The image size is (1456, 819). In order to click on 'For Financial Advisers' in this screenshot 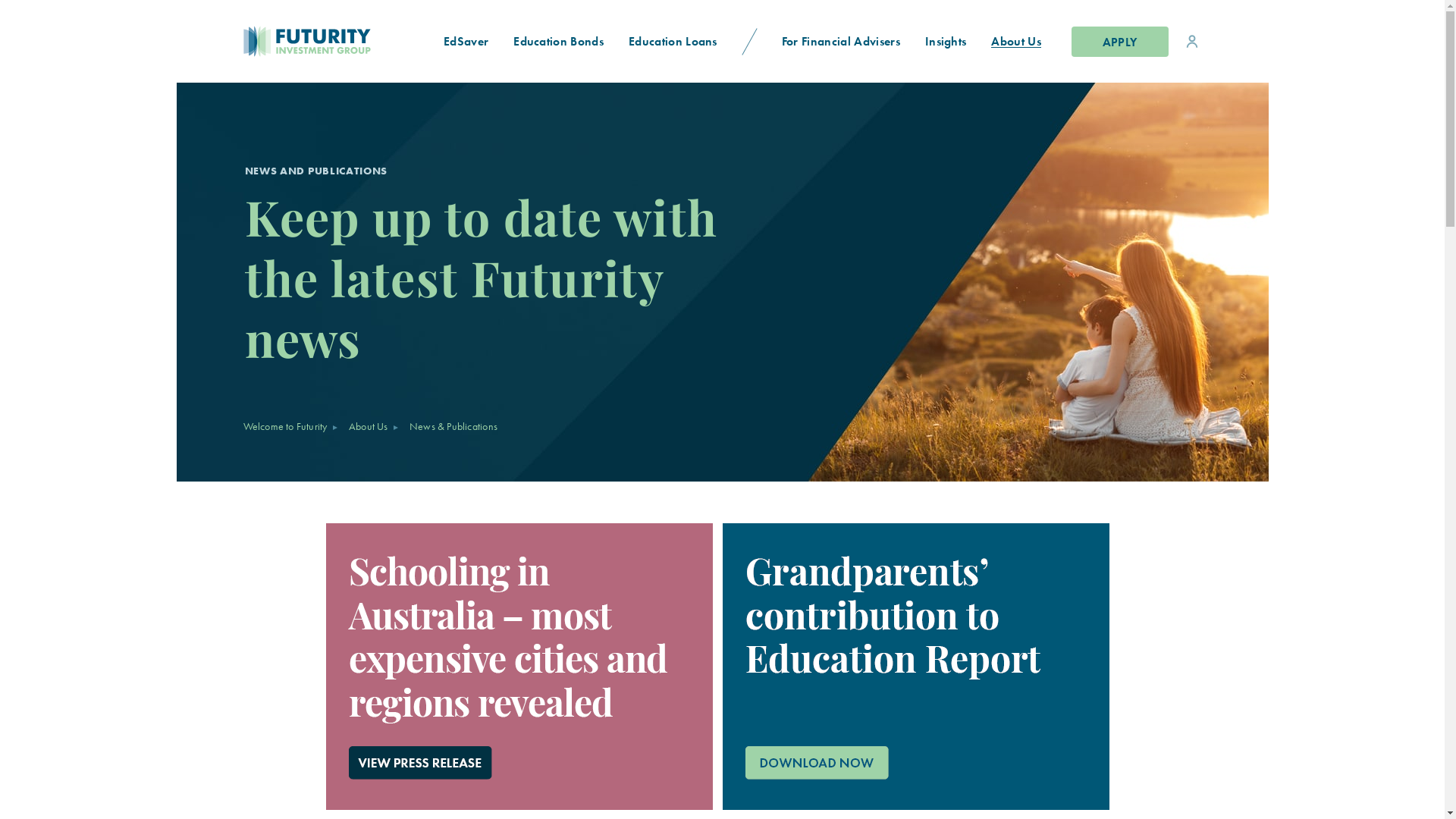, I will do `click(839, 40)`.